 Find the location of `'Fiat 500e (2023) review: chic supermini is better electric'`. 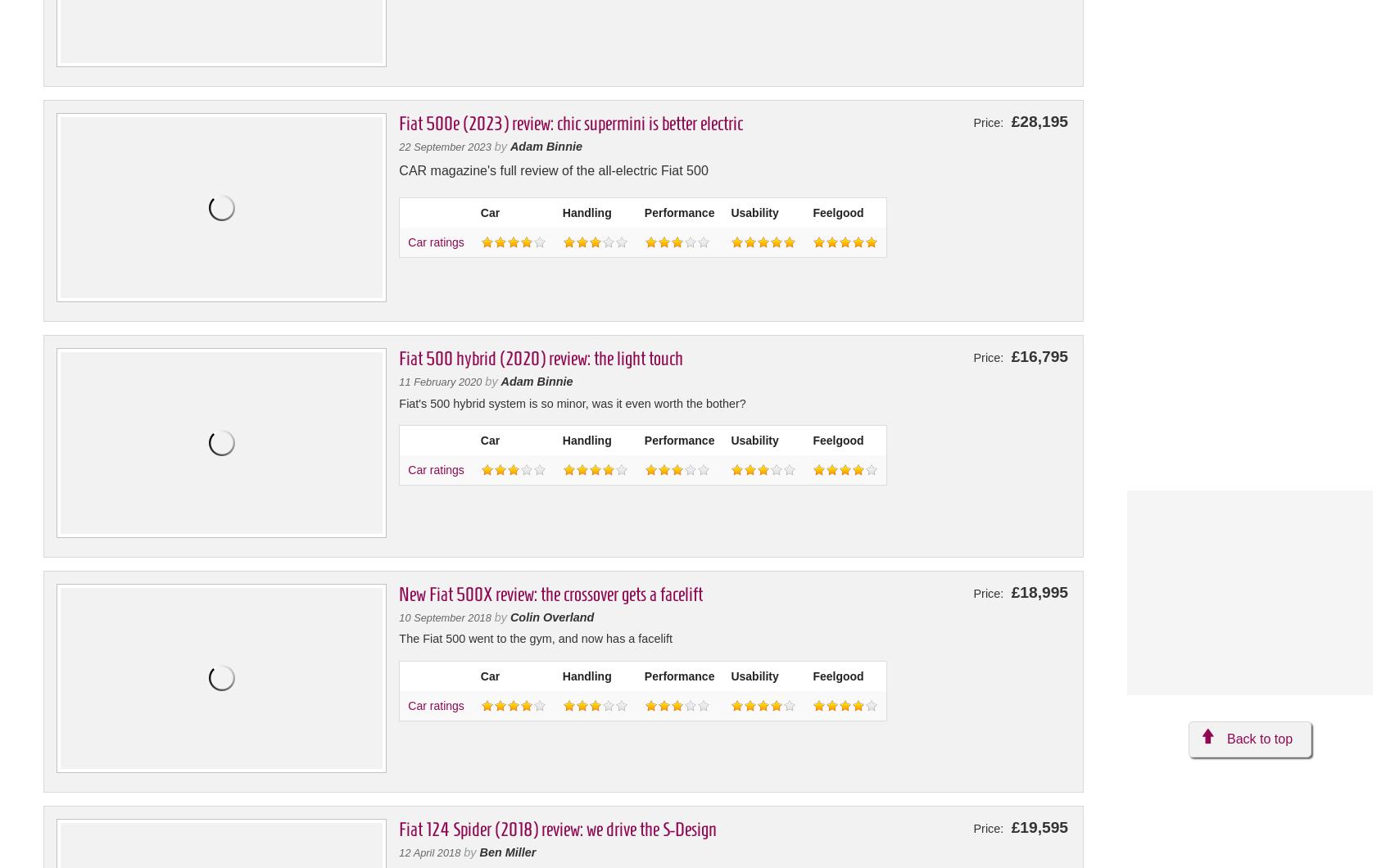

'Fiat 500e (2023) review: chic supermini is better electric' is located at coordinates (570, 123).